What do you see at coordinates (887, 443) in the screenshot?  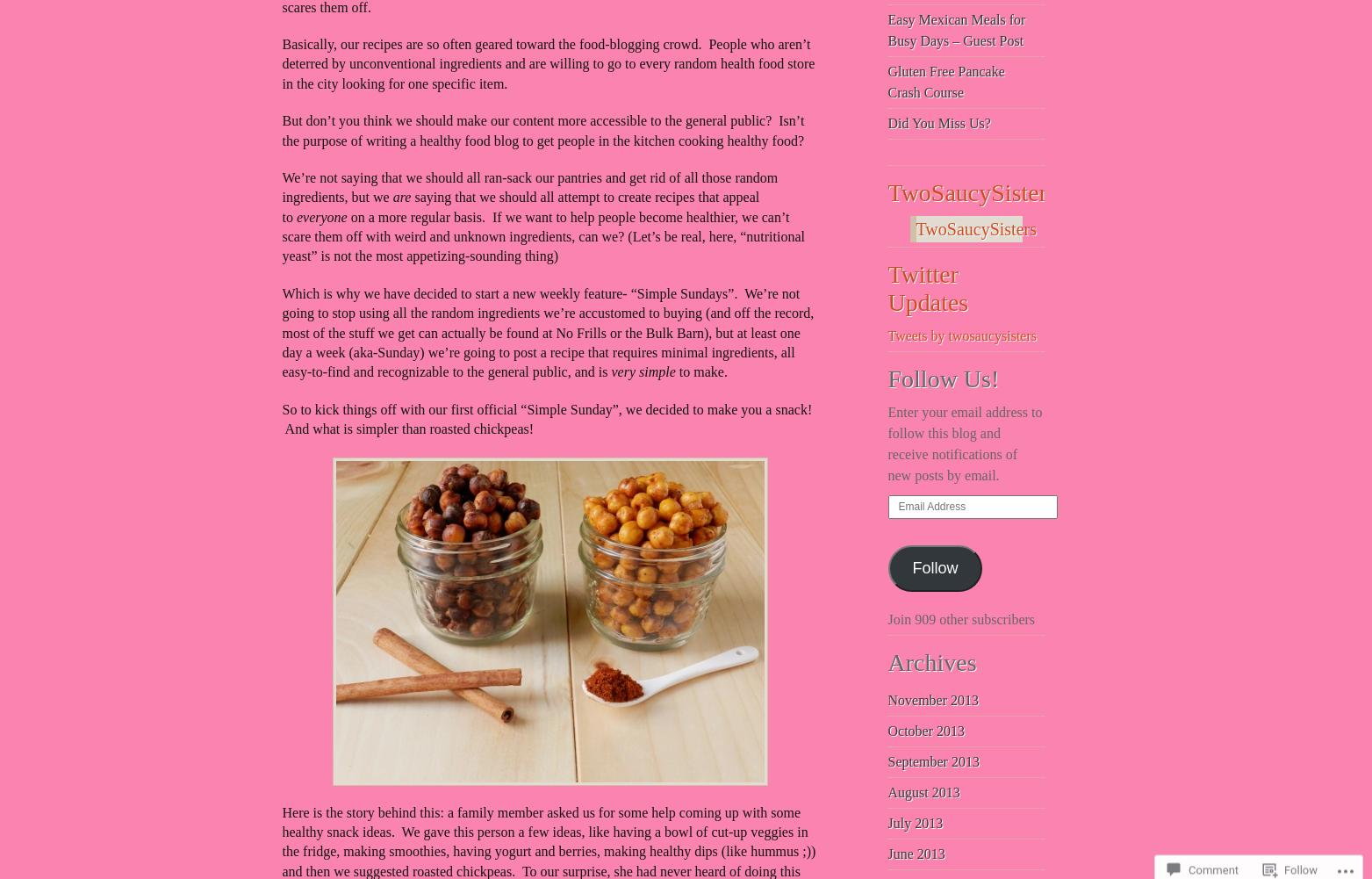 I see `'Enter your email address to follow this blog and receive notifications of new posts by email.'` at bounding box center [887, 443].